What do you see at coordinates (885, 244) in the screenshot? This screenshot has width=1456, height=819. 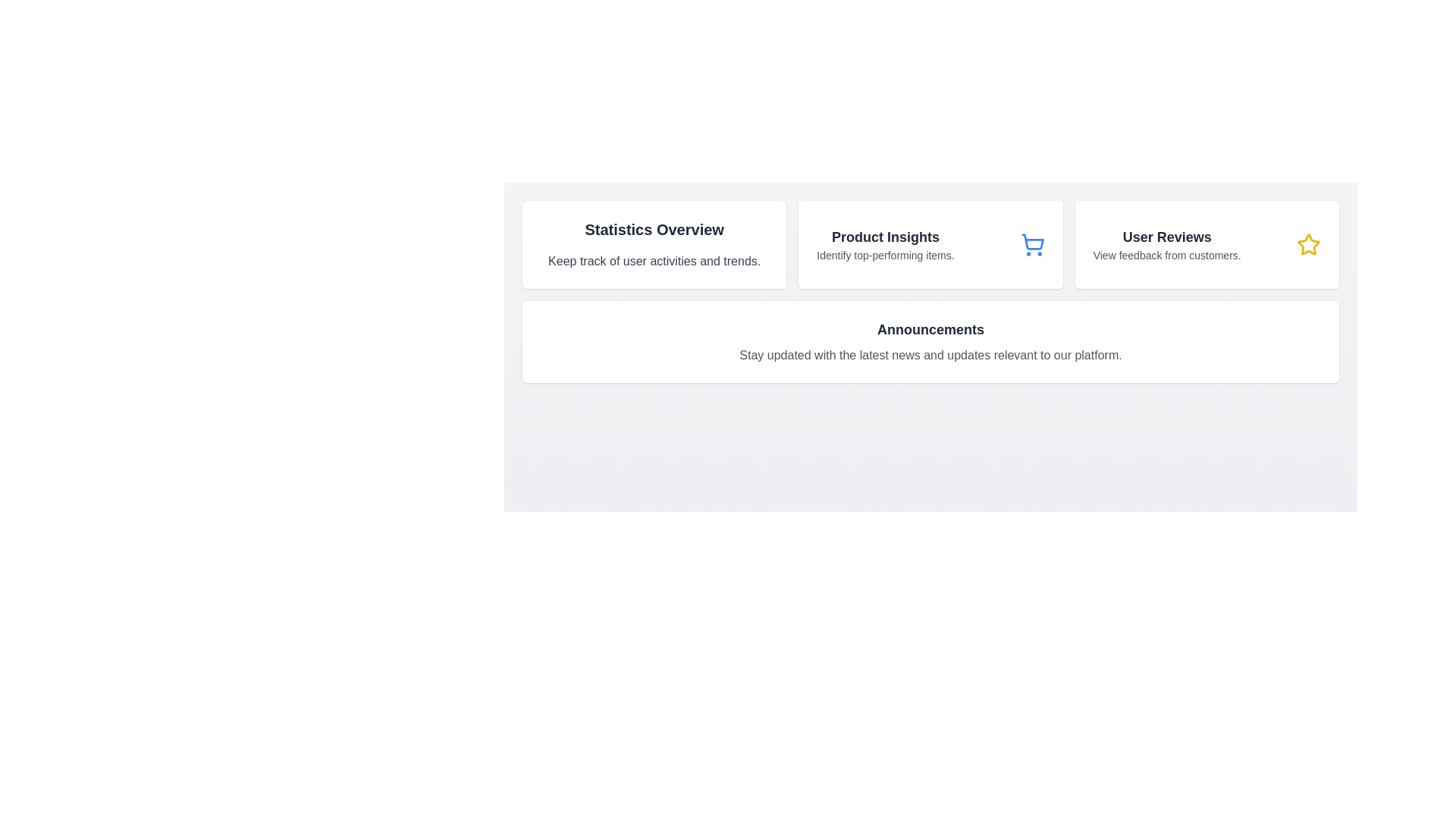 I see `informative text block titled 'Product Insights', which contains the heading and the description 'Identify top-performing items.'` at bounding box center [885, 244].